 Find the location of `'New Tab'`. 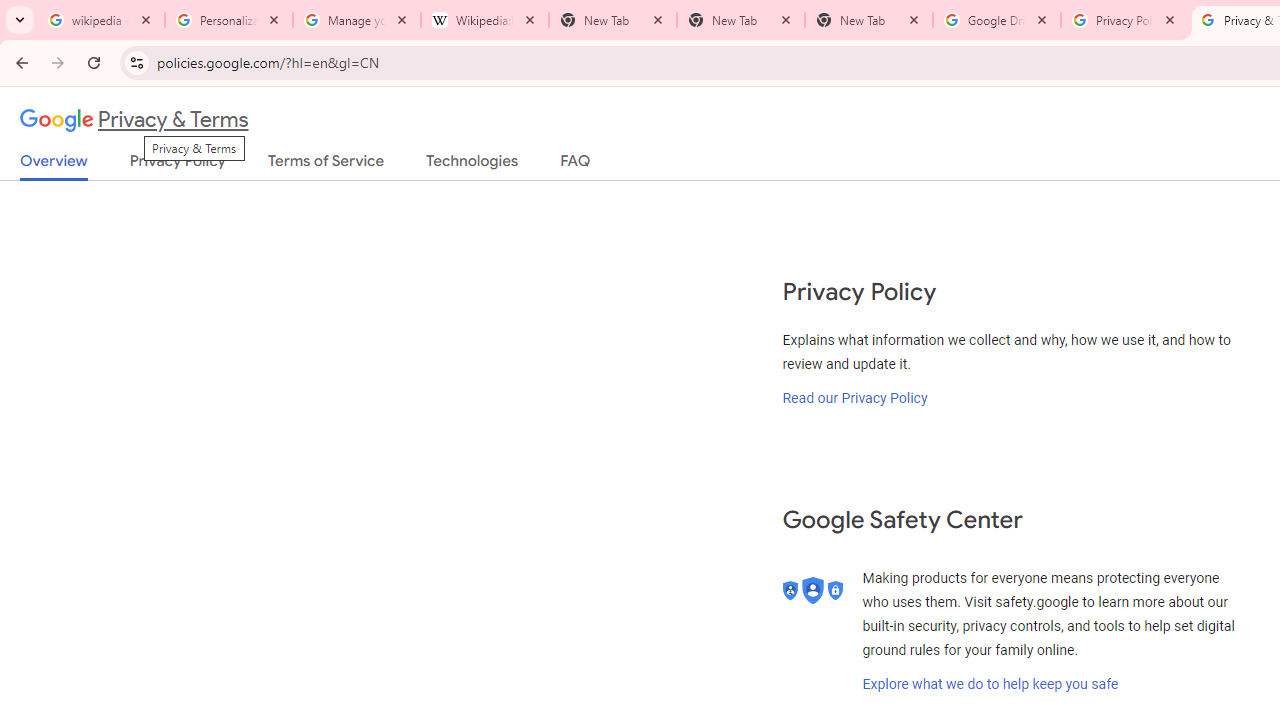

'New Tab' is located at coordinates (869, 20).